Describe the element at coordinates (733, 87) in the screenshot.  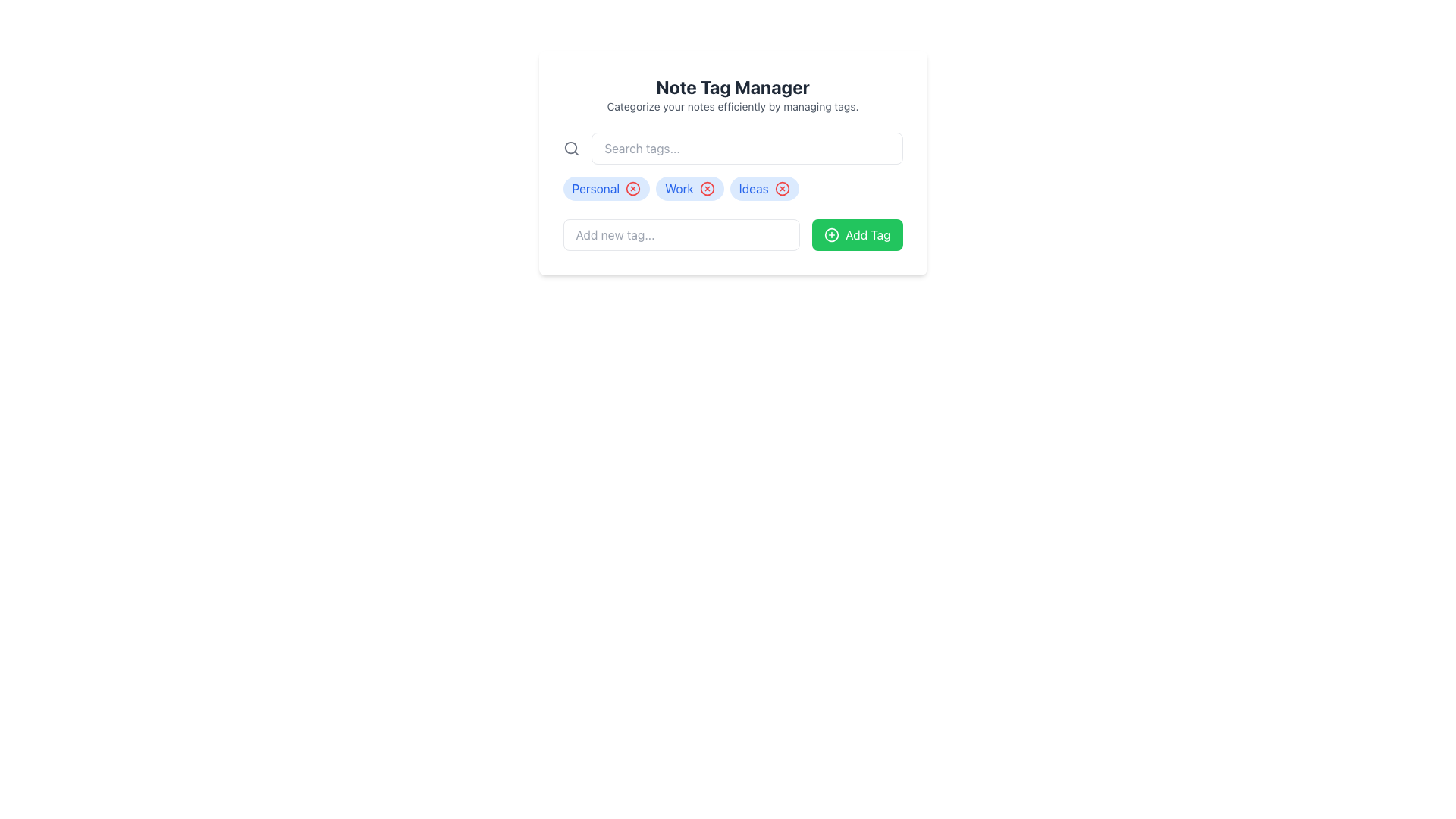
I see `the text label displaying 'Note Tag Manager', which is prominently placed at the top of the interface in a bold and large font` at that location.